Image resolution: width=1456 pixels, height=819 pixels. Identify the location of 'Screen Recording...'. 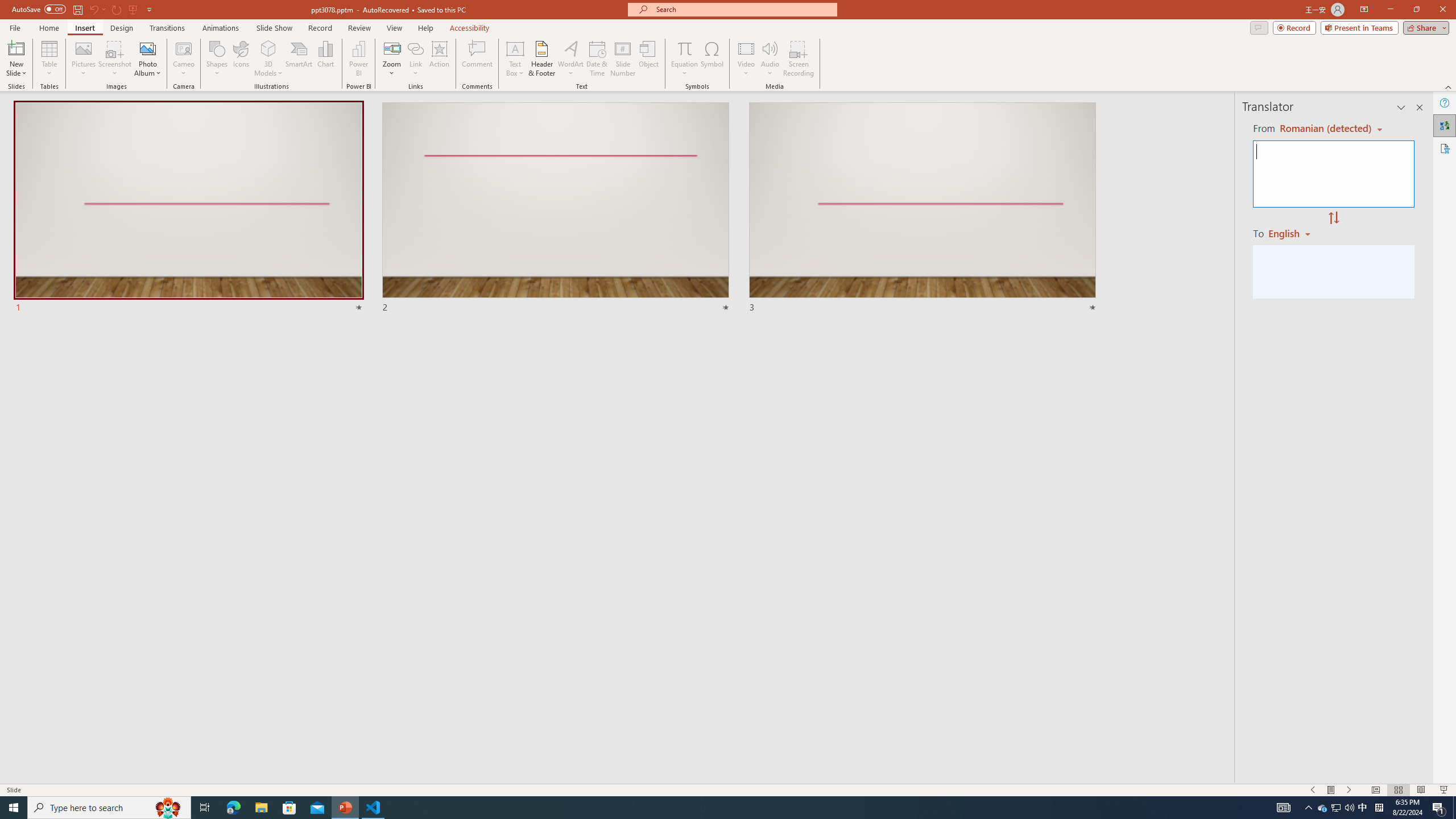
(798, 59).